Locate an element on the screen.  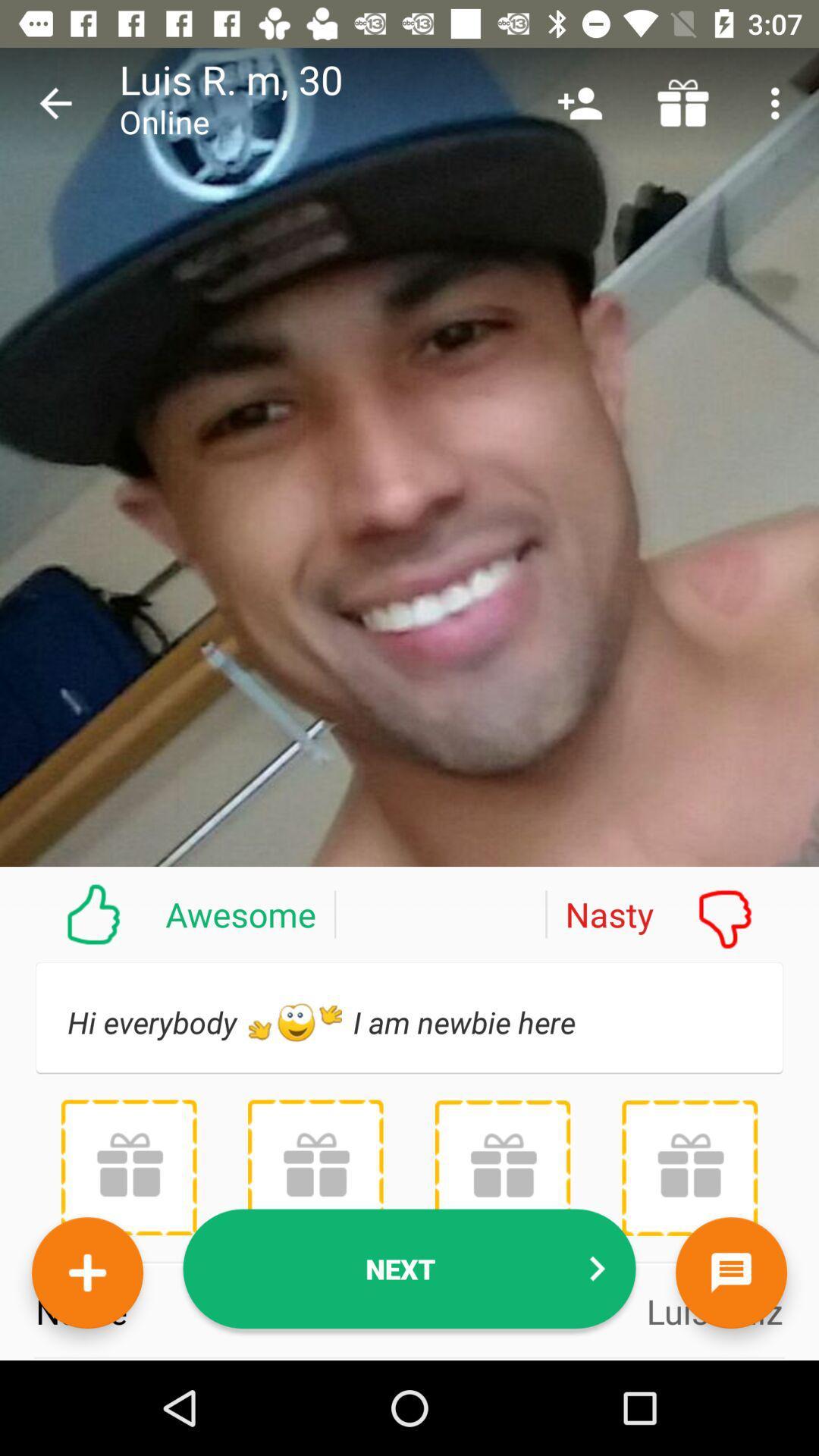
send a message is located at coordinates (730, 1272).